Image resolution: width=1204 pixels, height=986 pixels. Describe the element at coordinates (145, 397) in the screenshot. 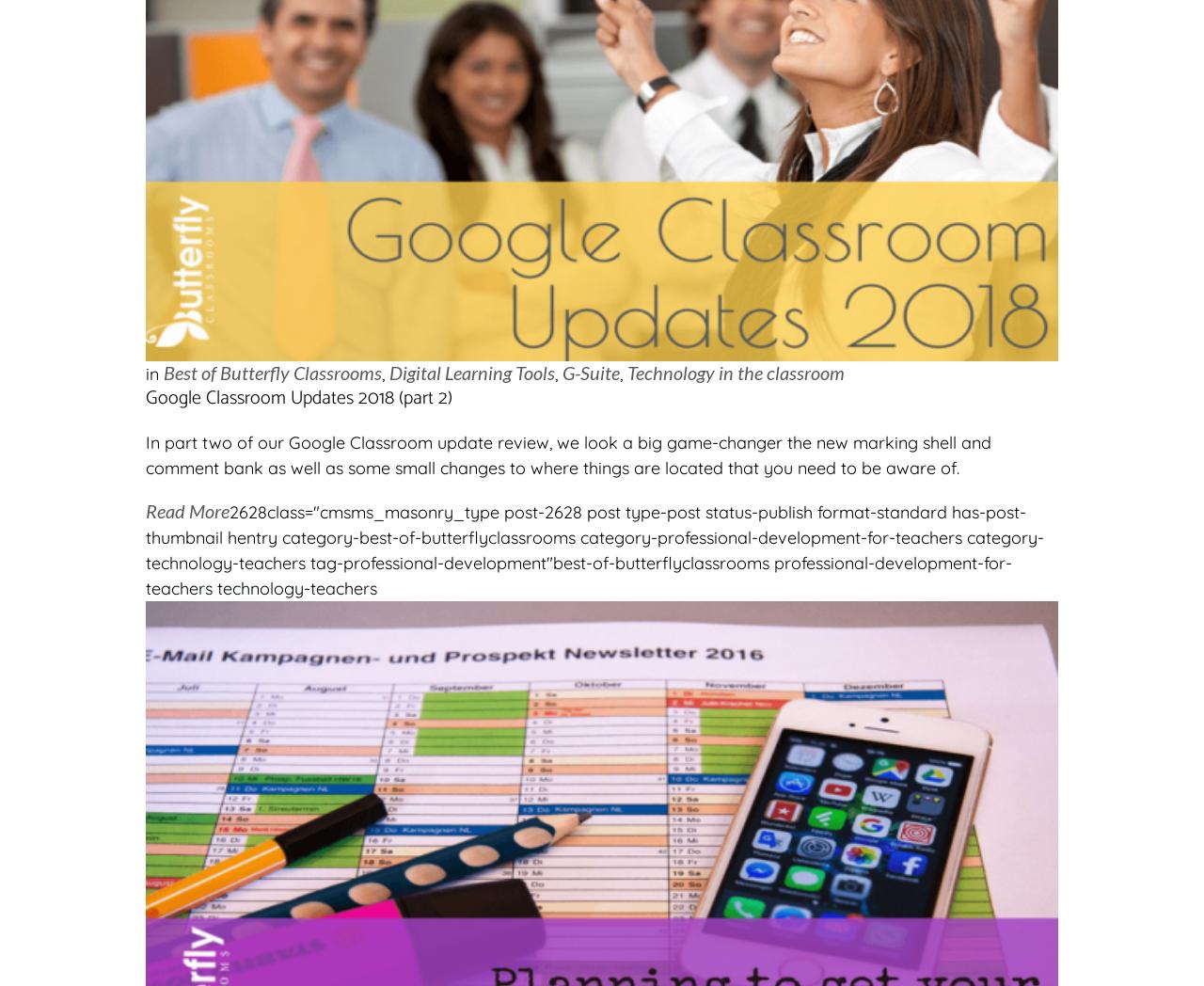

I see `'Google Classroom Updates 2018 (part 2)'` at that location.